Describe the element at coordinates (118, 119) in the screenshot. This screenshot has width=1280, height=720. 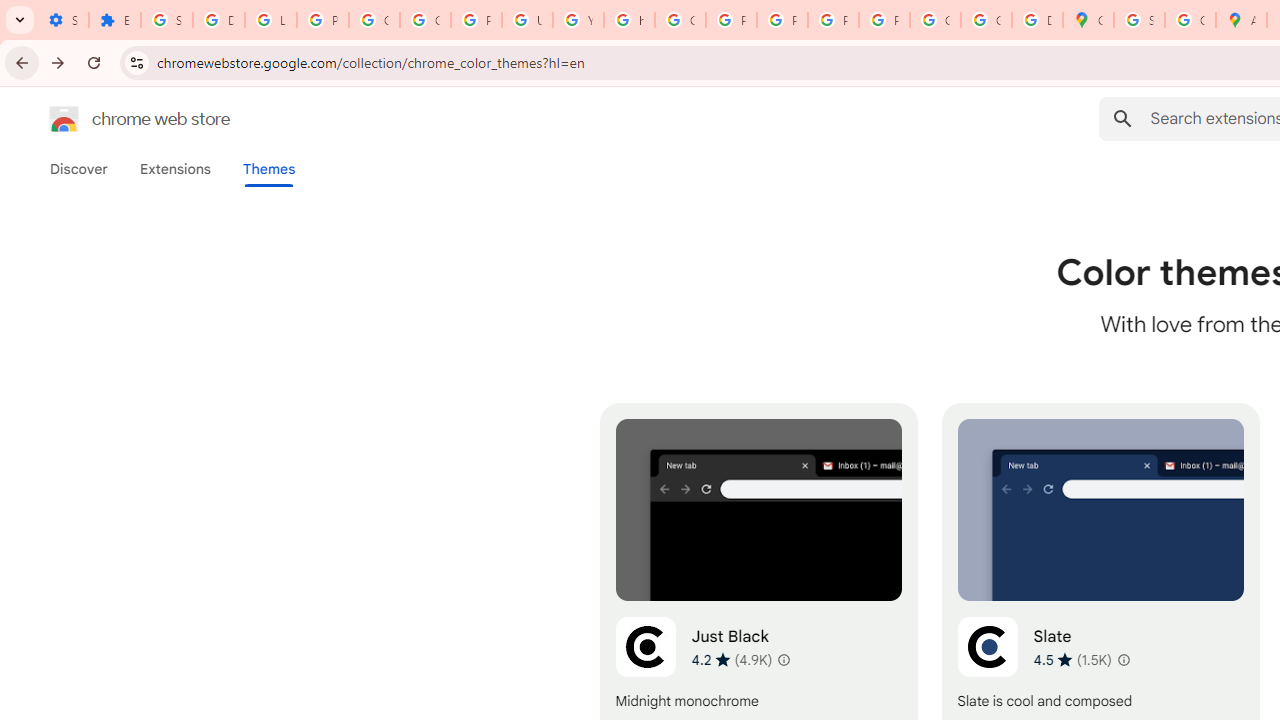
I see `'Chrome Web Store logo chrome web store'` at that location.